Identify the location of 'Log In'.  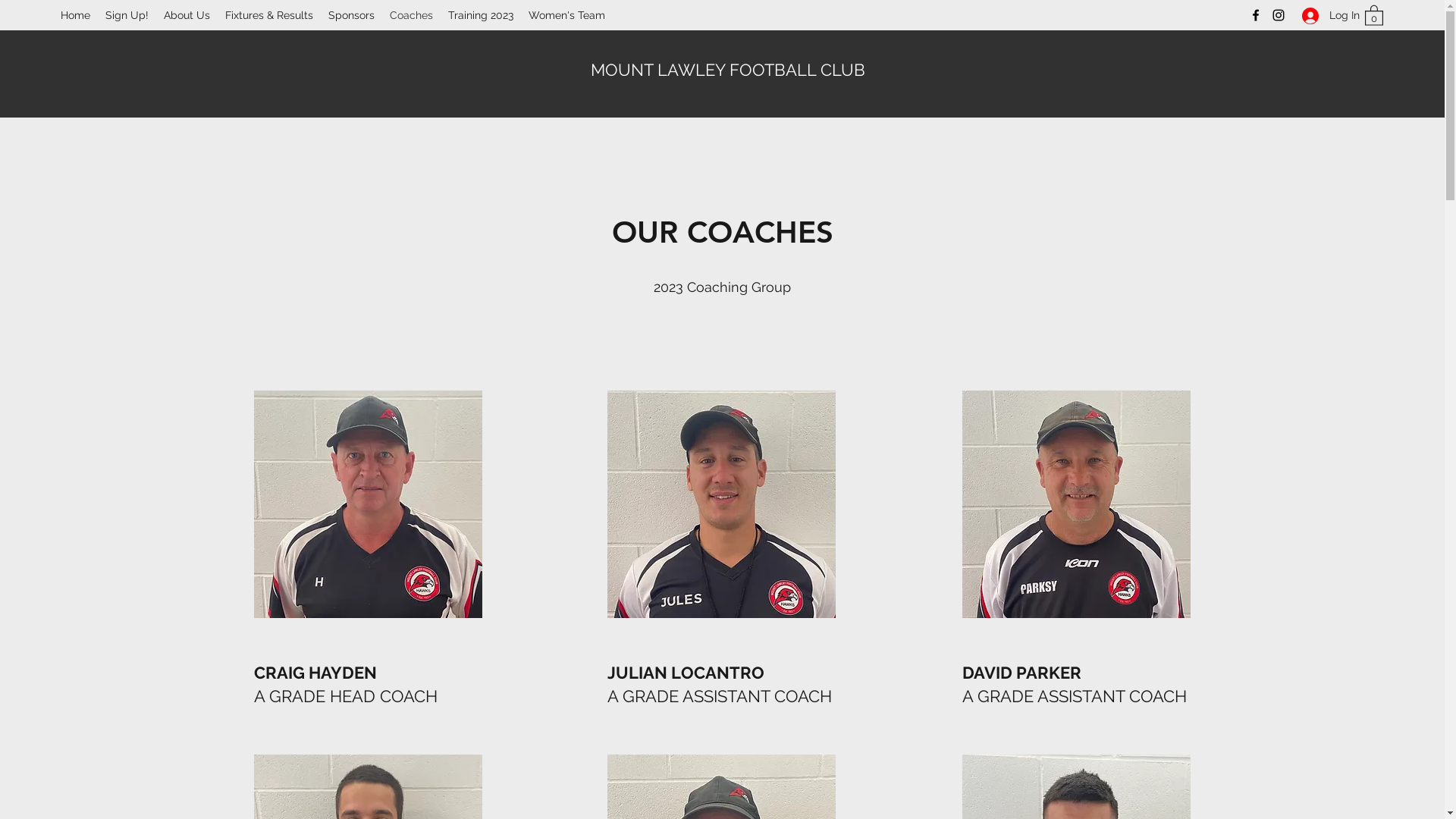
(1324, 15).